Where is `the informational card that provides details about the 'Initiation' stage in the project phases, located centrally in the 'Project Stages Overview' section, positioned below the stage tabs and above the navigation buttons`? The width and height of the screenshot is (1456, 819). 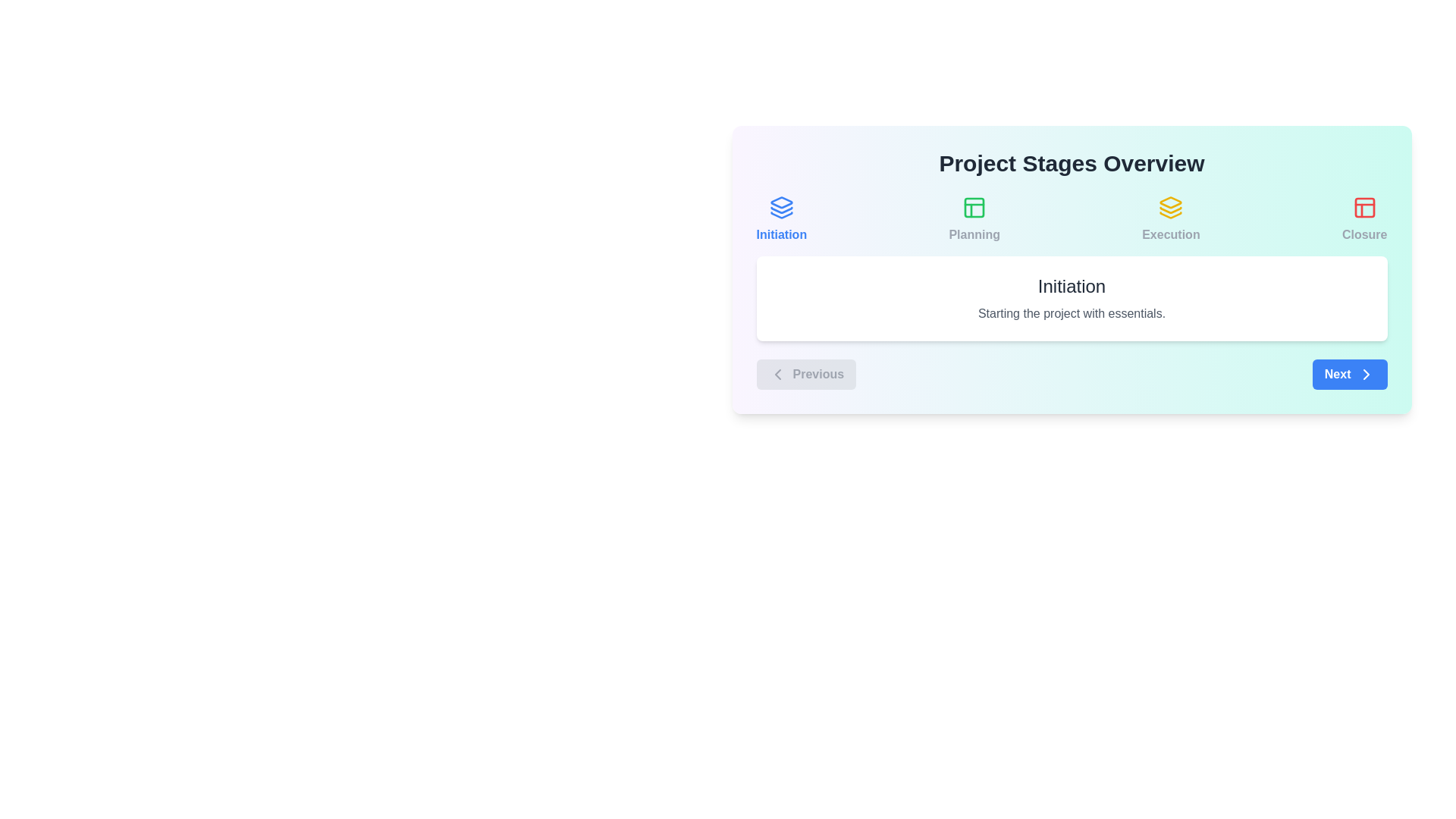 the informational card that provides details about the 'Initiation' stage in the project phases, located centrally in the 'Project Stages Overview' section, positioned below the stage tabs and above the navigation buttons is located at coordinates (1071, 298).